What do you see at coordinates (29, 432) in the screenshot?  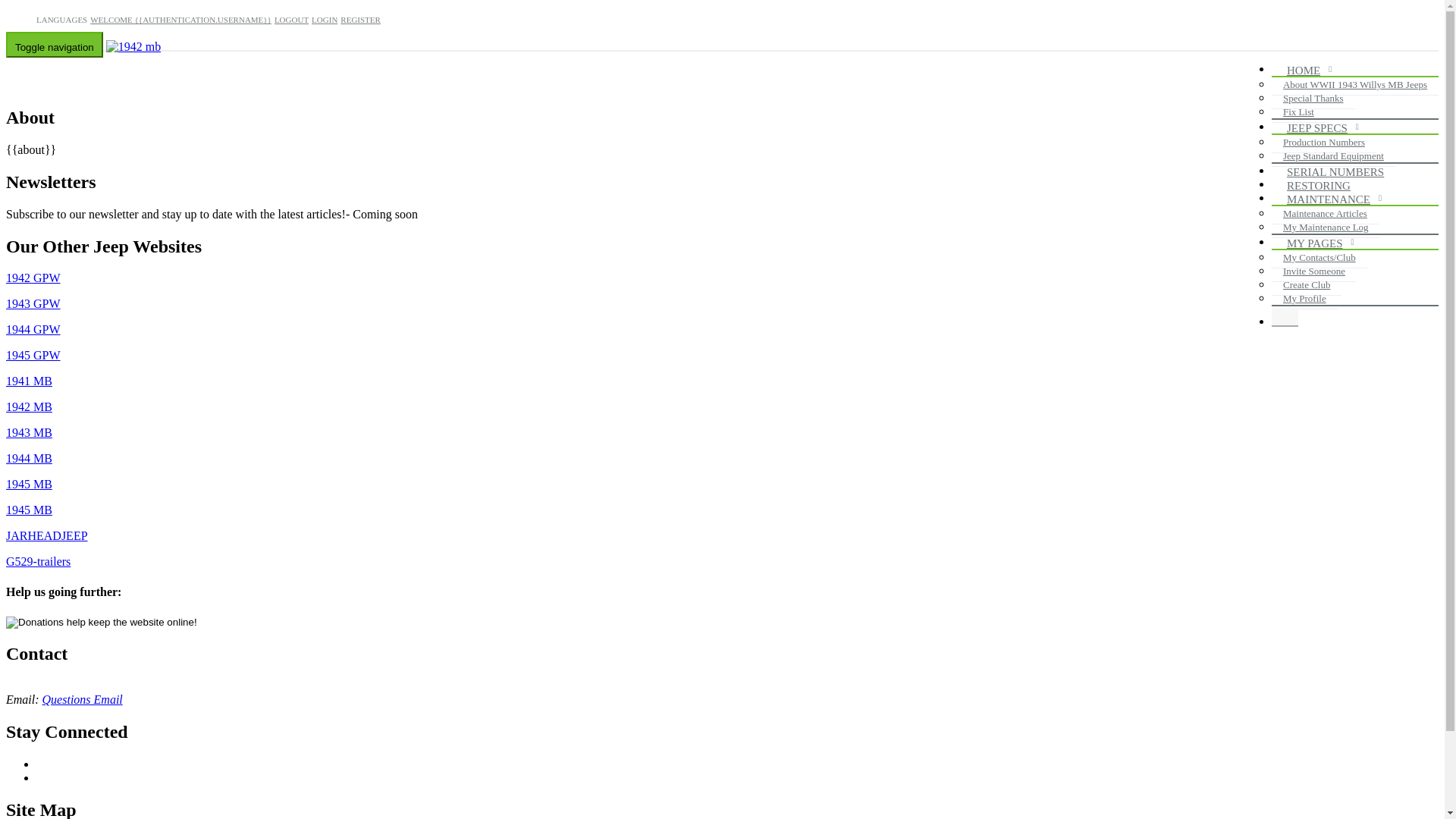 I see `'1943 MB'` at bounding box center [29, 432].